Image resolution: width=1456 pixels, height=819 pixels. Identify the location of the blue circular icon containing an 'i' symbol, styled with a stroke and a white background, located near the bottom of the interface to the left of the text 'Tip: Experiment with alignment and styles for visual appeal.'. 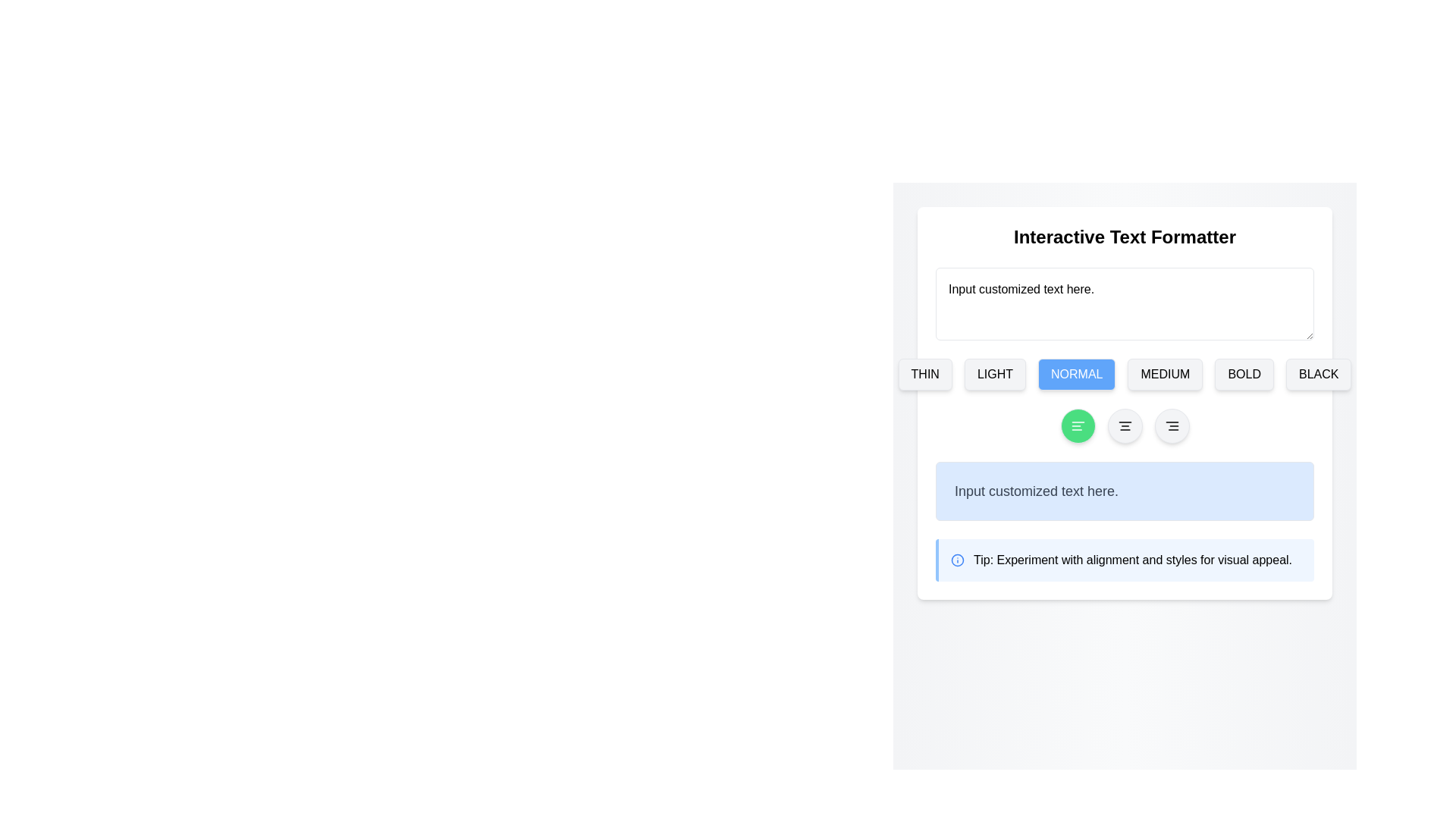
(956, 560).